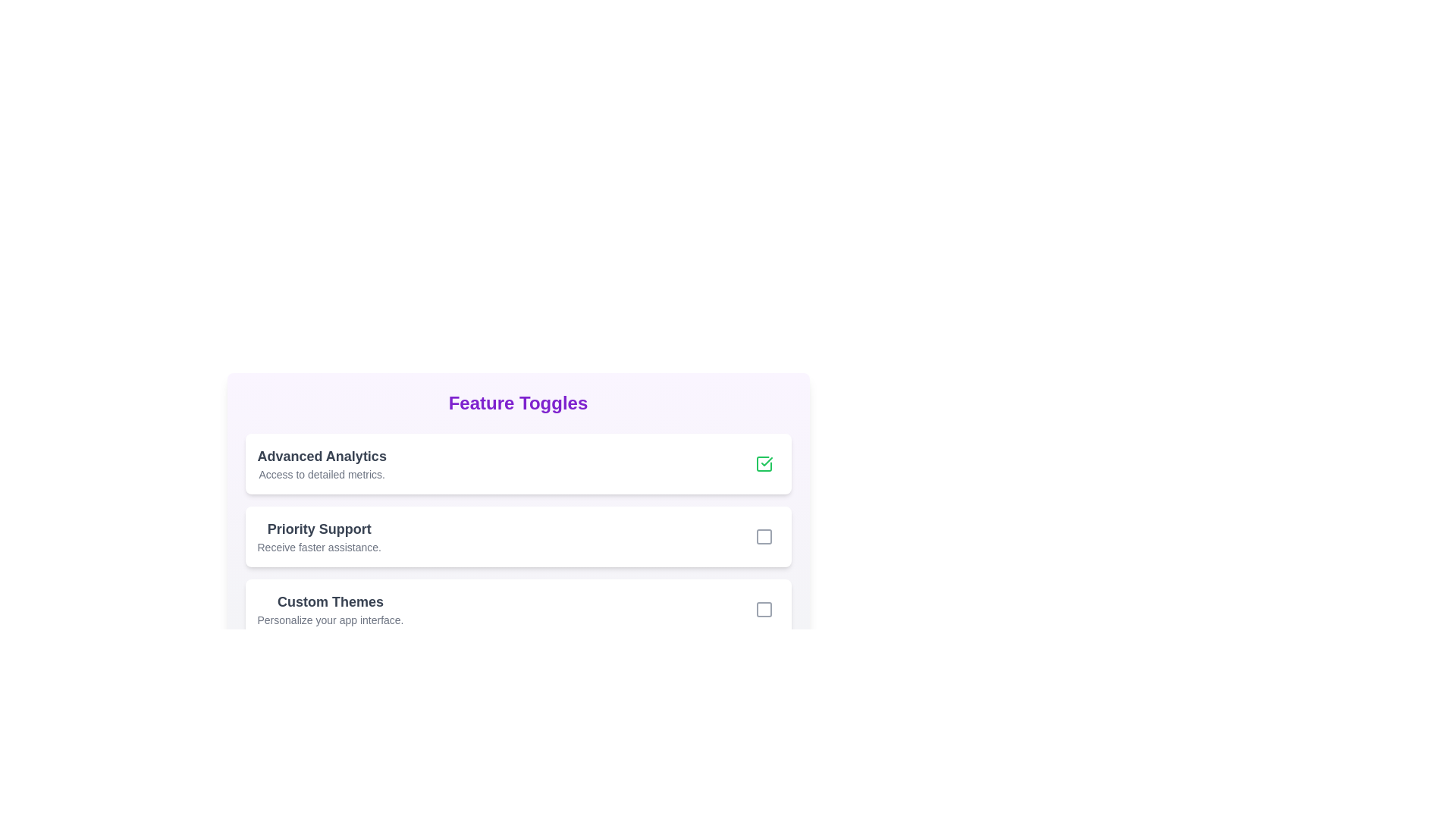 This screenshot has width=1456, height=819. What do you see at coordinates (330, 620) in the screenshot?
I see `the text element that contains 'Personalize your app interface.' located beneath the 'Custom Themes' section header` at bounding box center [330, 620].